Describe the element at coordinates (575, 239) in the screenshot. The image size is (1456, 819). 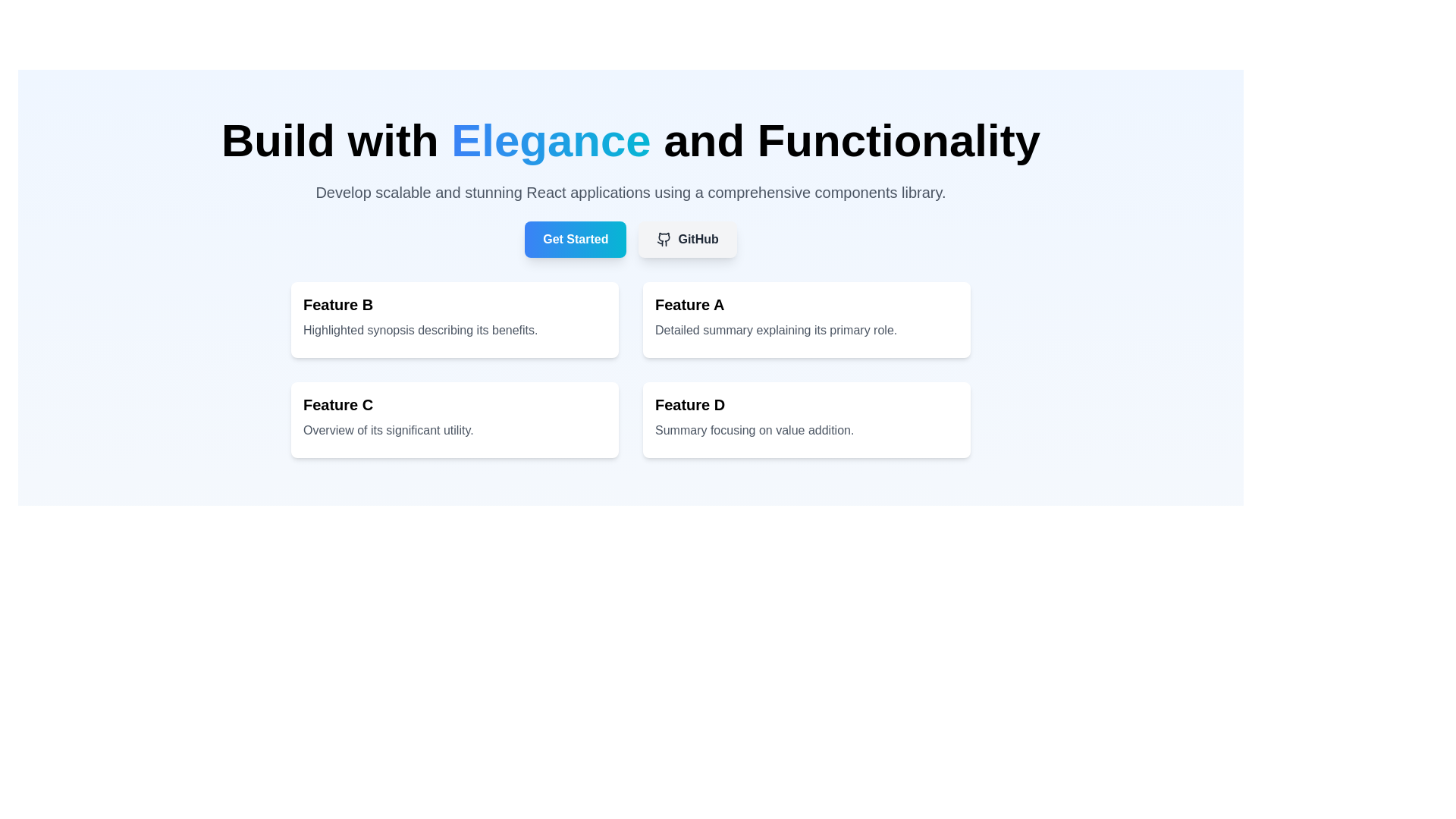
I see `the 'Get Started' button, which is a rectangular button with a gradient background from blue to cyan and bold white text, to visually highlight it` at that location.